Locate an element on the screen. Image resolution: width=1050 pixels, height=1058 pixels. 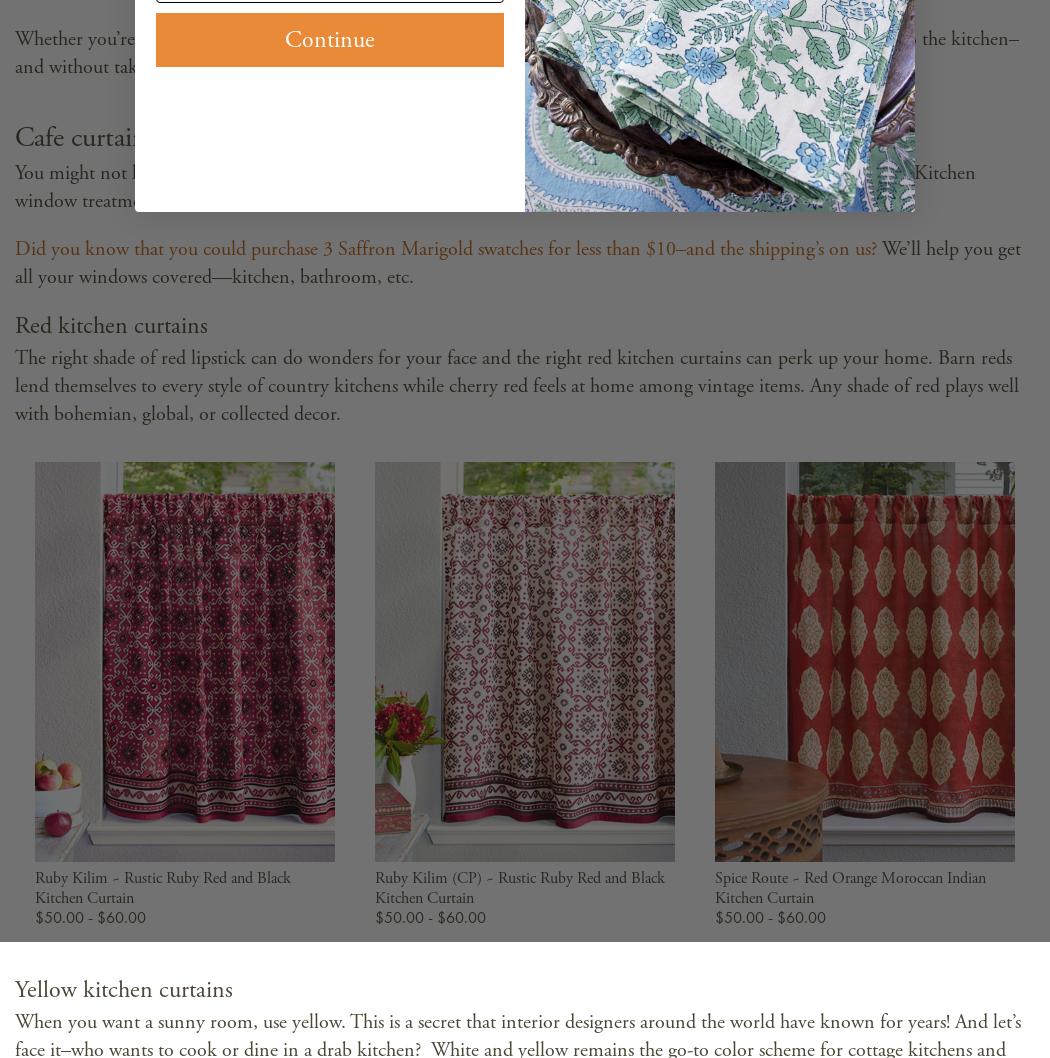
'by design' is located at coordinates (461, 39).